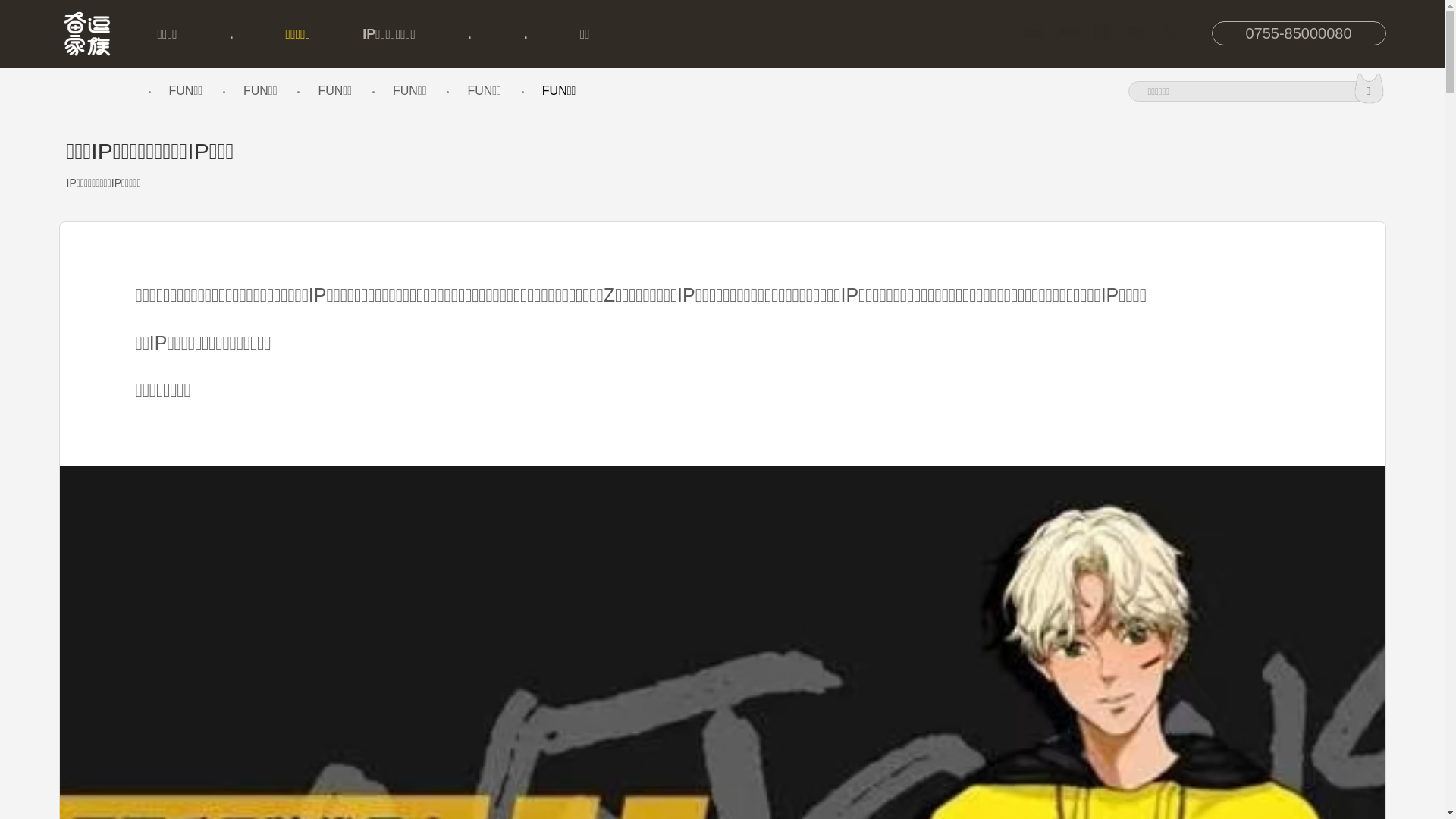 Image resolution: width=1456 pixels, height=819 pixels. Describe the element at coordinates (1298, 33) in the screenshot. I see `'0755-85000080'` at that location.